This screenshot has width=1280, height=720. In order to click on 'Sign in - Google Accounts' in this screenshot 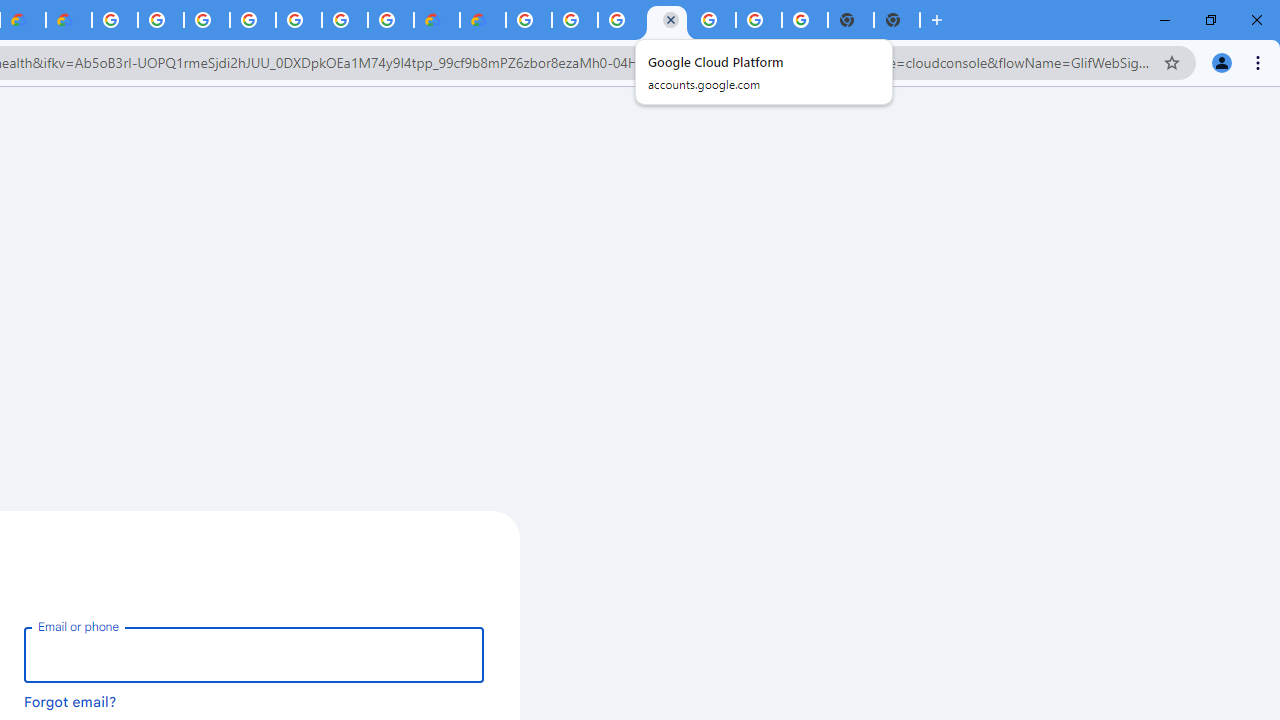, I will do `click(207, 20)`.